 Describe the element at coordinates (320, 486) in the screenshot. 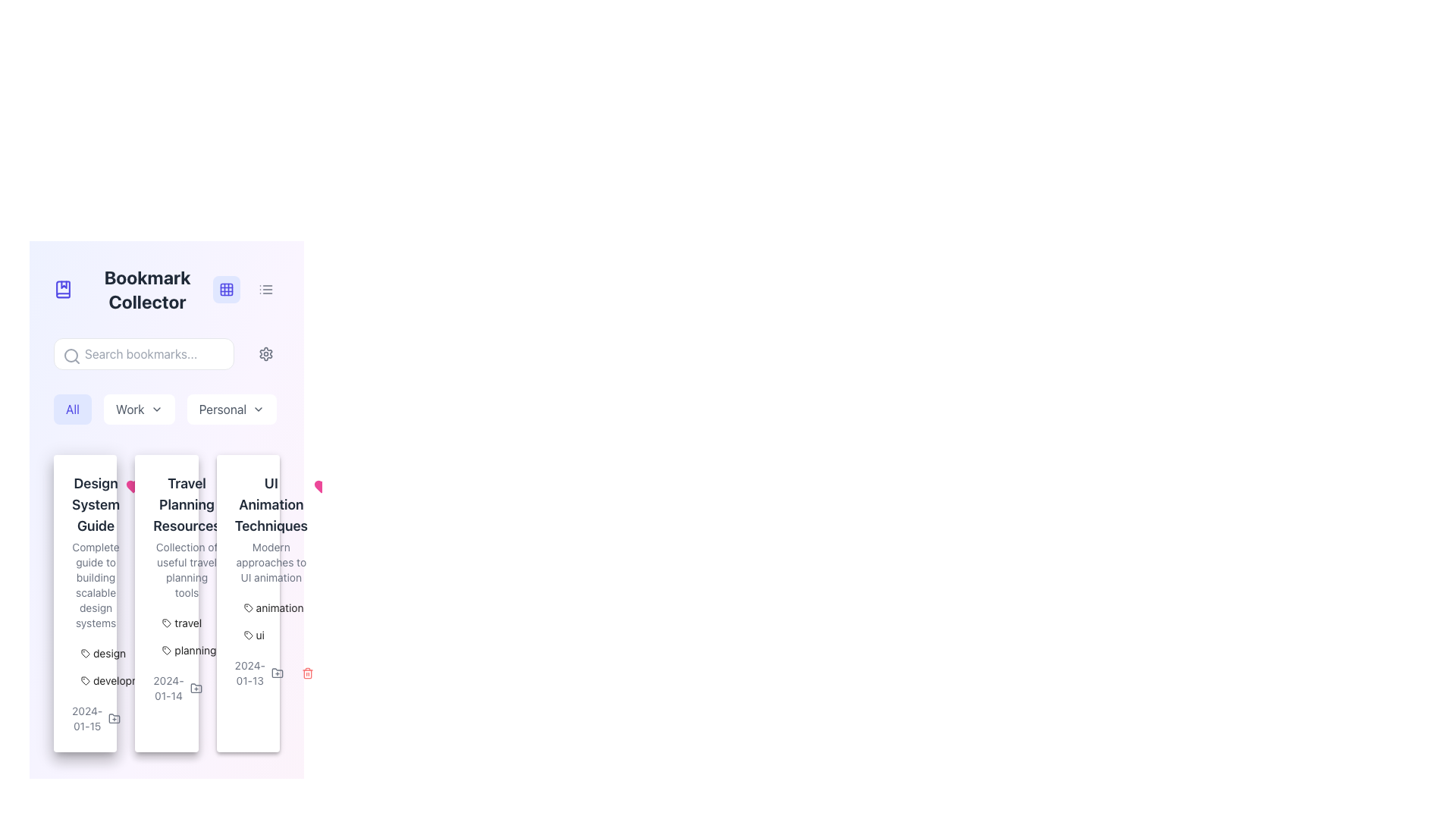

I see `the favorite button located at the upper right region of the card titled 'UI Animation Techniques' to potentially reveal additional information` at that location.